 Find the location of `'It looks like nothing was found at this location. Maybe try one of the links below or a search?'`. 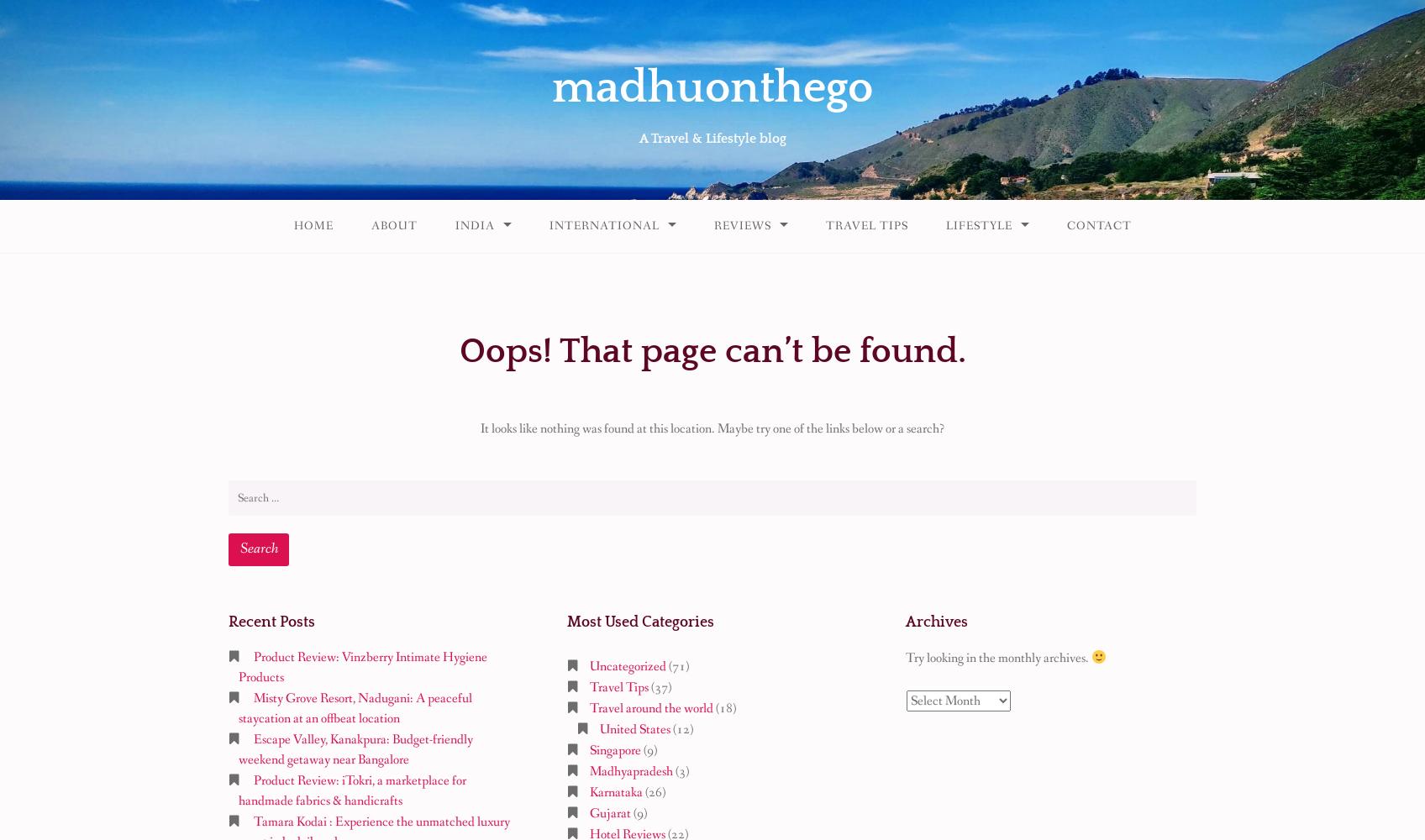

'It looks like nothing was found at this location. Maybe try one of the links below or a search?' is located at coordinates (481, 428).